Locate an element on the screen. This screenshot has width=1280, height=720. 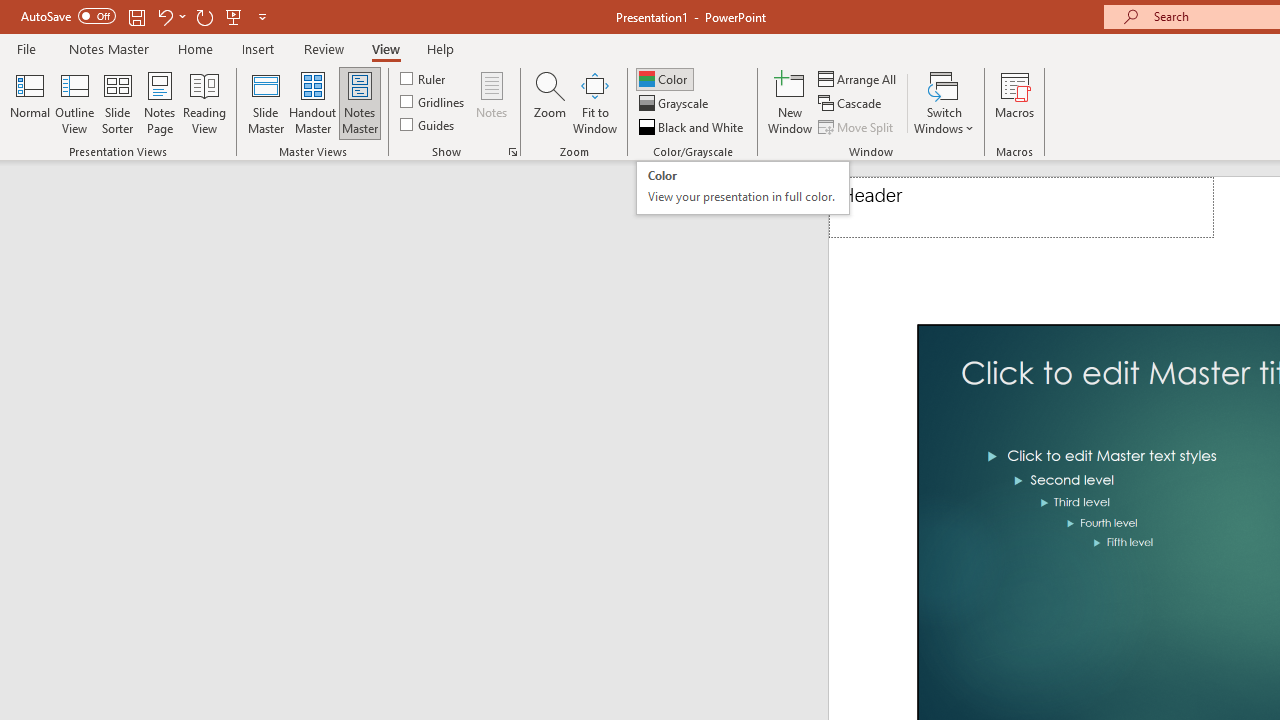
'New Window' is located at coordinates (789, 103).